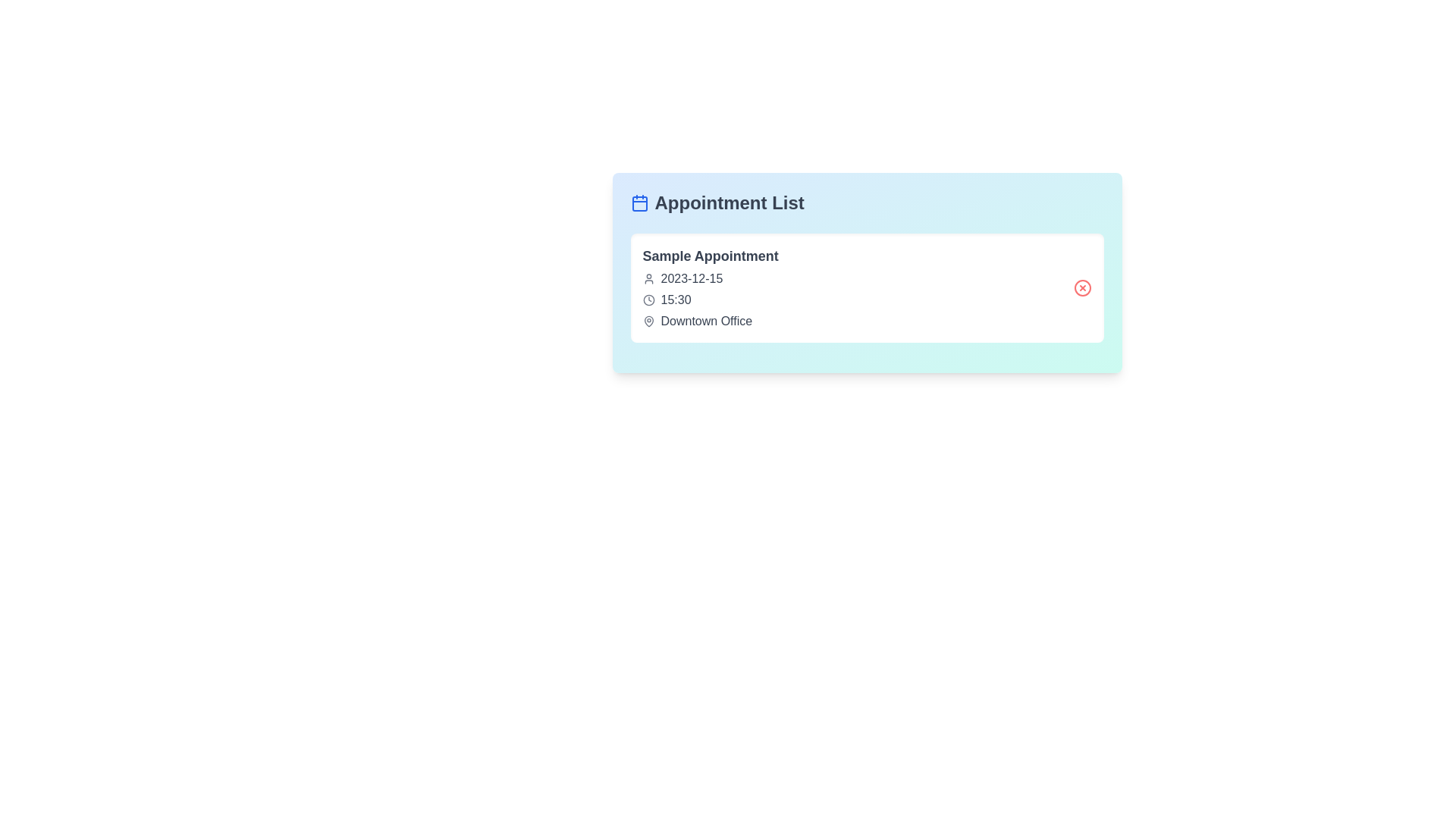 The width and height of the screenshot is (1456, 819). Describe the element at coordinates (639, 203) in the screenshot. I see `the filled portion of the calendar icon located at the top left of the 'Appointment List' section, which visually represents a specific day` at that location.